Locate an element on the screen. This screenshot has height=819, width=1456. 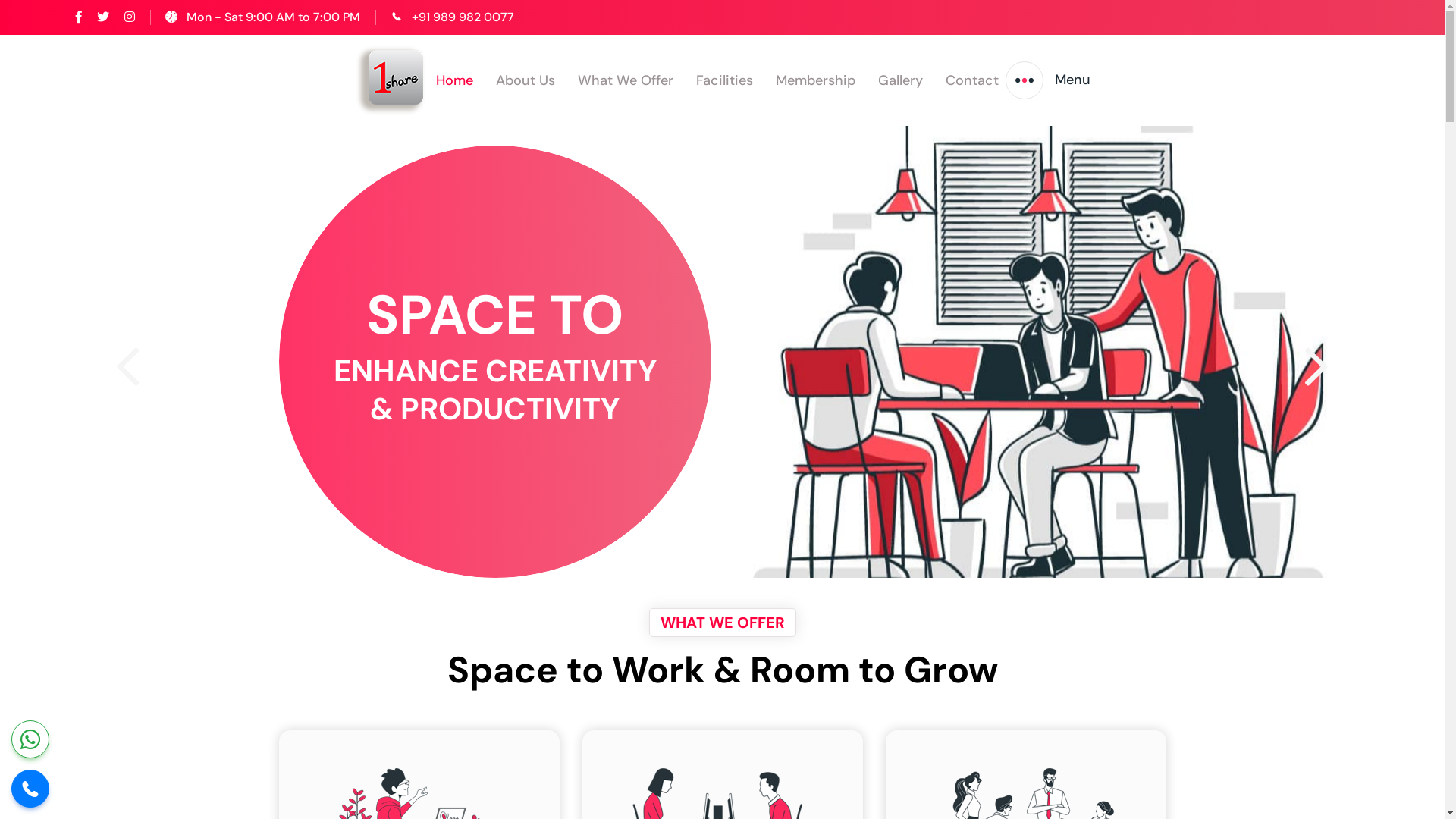
'Facilities' is located at coordinates (695, 80).